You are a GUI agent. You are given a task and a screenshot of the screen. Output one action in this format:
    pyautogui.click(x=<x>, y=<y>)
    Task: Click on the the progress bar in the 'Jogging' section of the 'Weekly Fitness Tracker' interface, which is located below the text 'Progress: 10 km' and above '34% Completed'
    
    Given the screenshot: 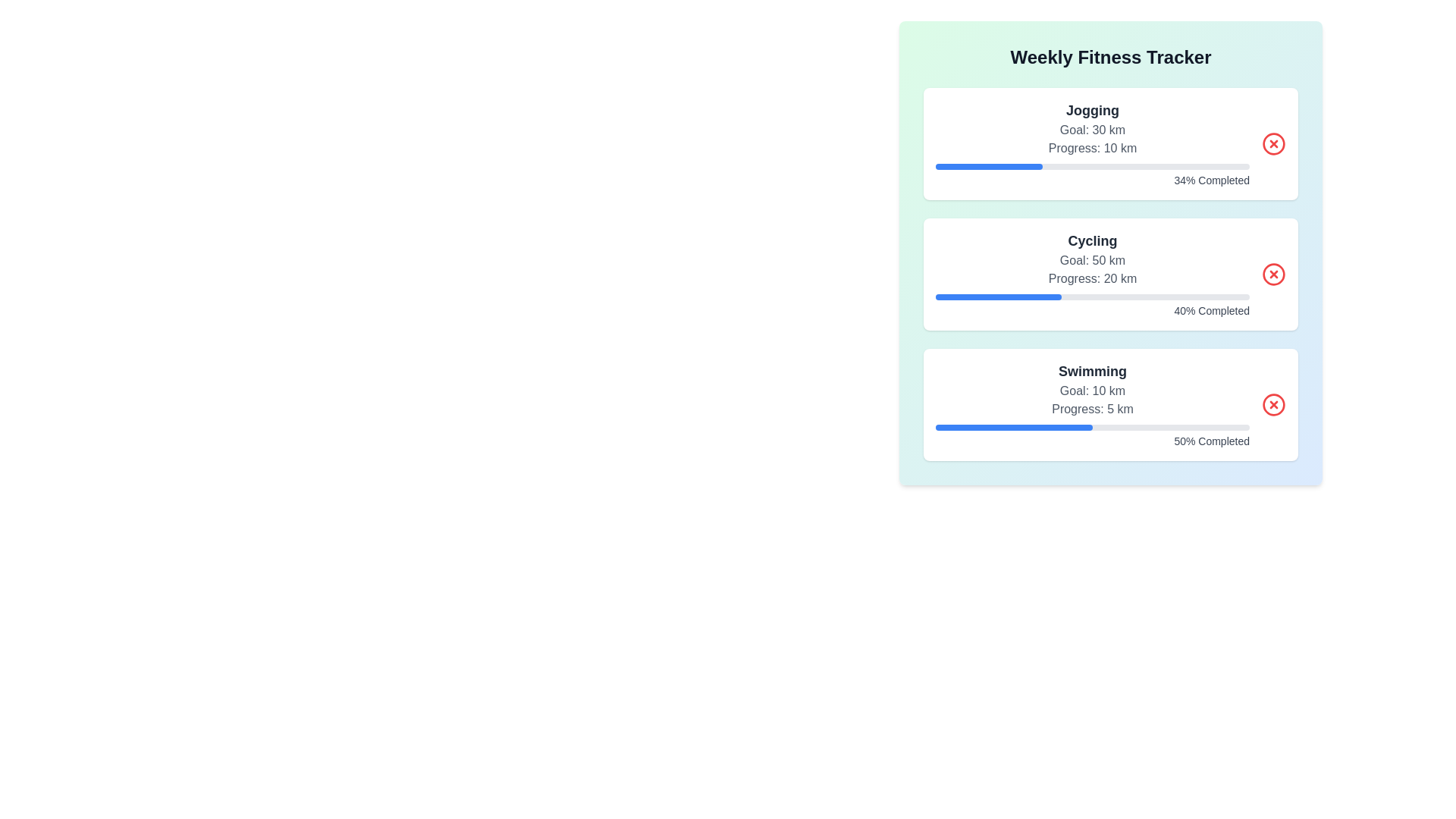 What is the action you would take?
    pyautogui.click(x=1092, y=166)
    